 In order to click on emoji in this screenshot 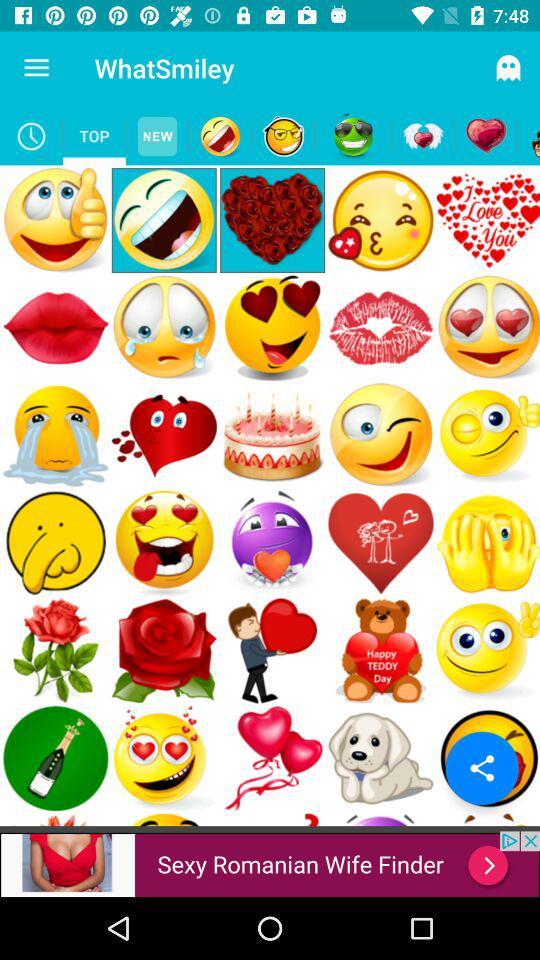, I will do `click(282, 135)`.